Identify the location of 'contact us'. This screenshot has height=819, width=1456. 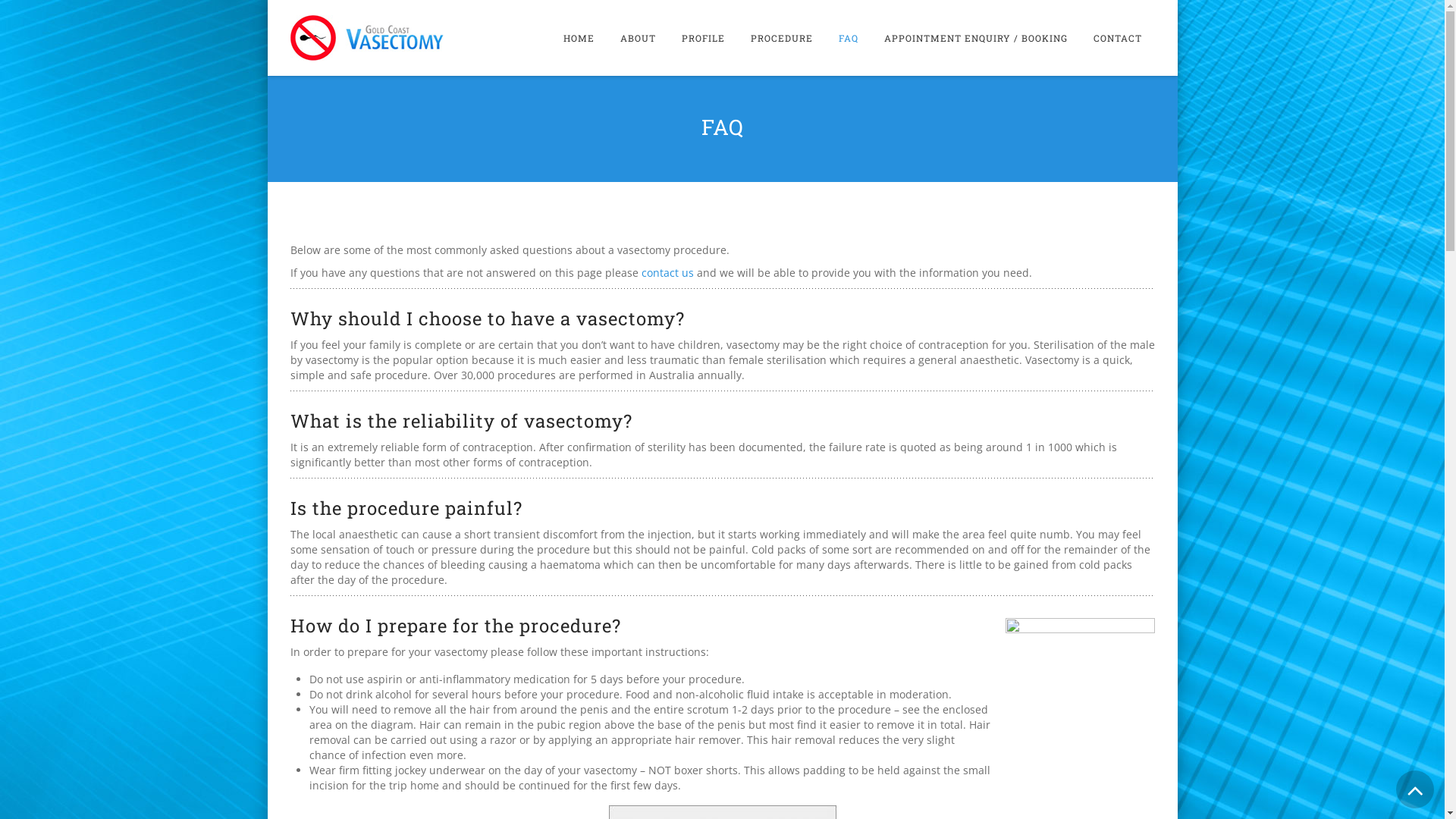
(667, 271).